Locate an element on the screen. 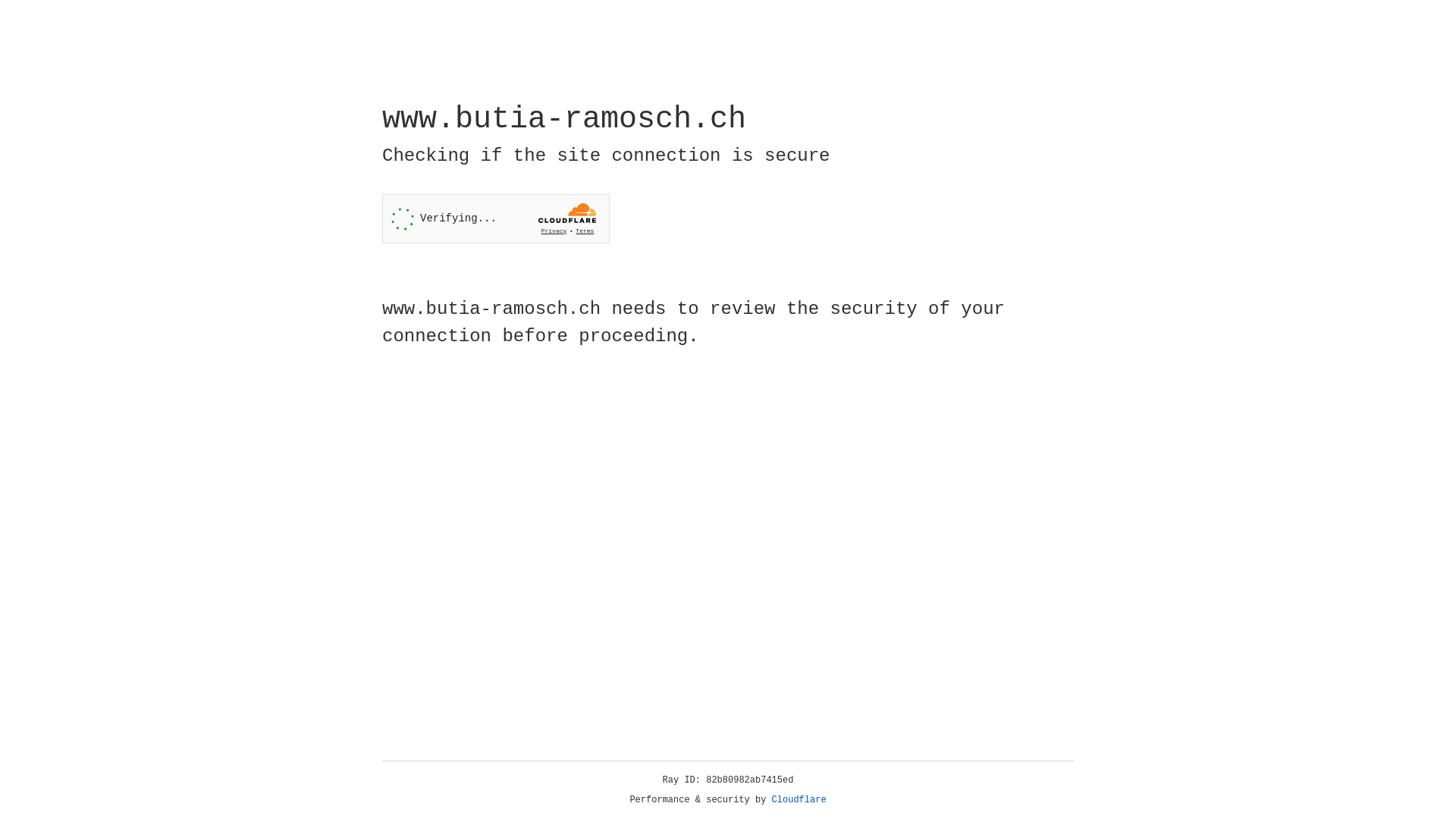  'Cloudflare' is located at coordinates (799, 799).